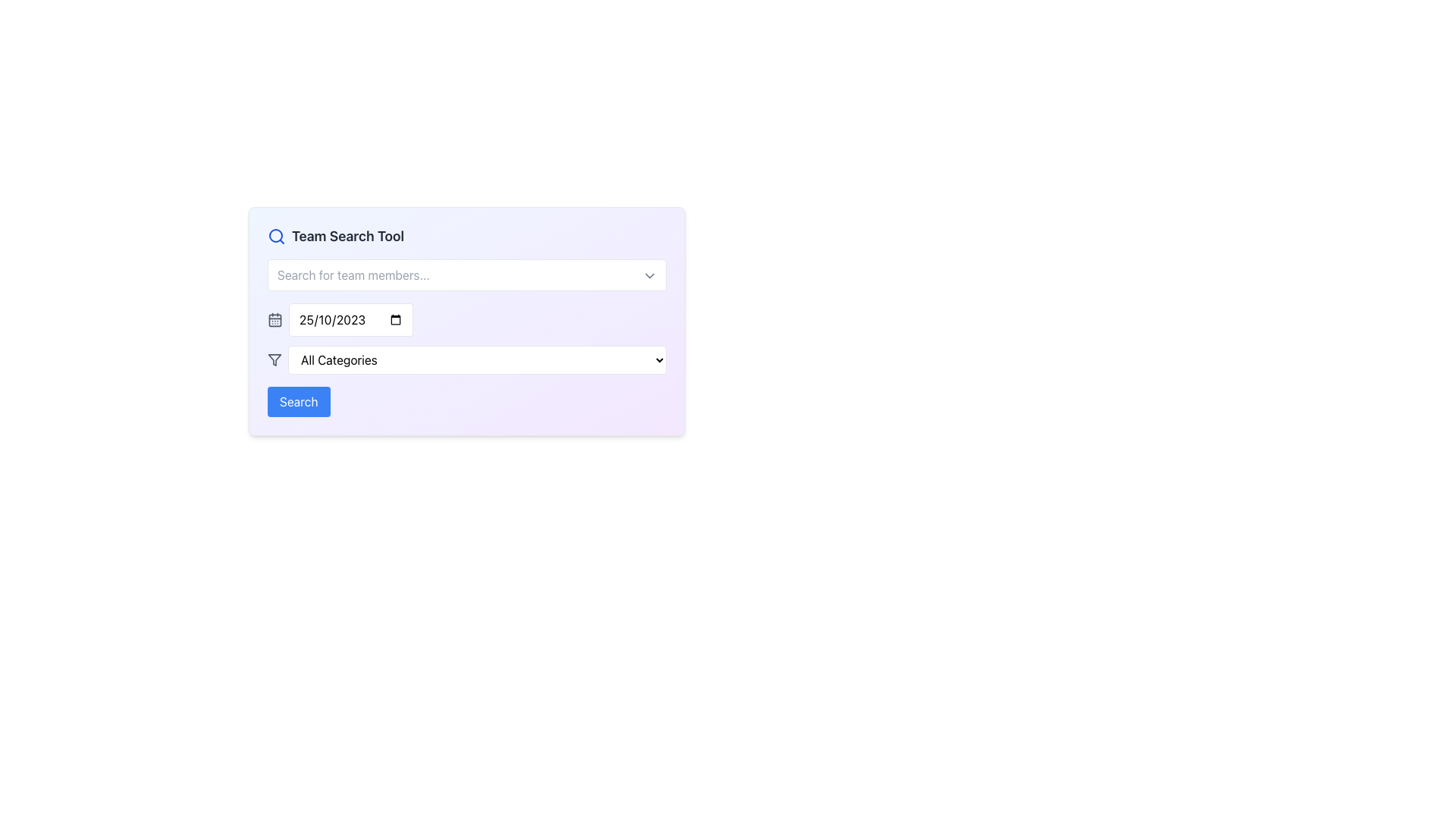 The height and width of the screenshot is (819, 1456). What do you see at coordinates (276, 237) in the screenshot?
I see `the search tool icon located at the leftmost position of the 'Team Search Tool' group` at bounding box center [276, 237].